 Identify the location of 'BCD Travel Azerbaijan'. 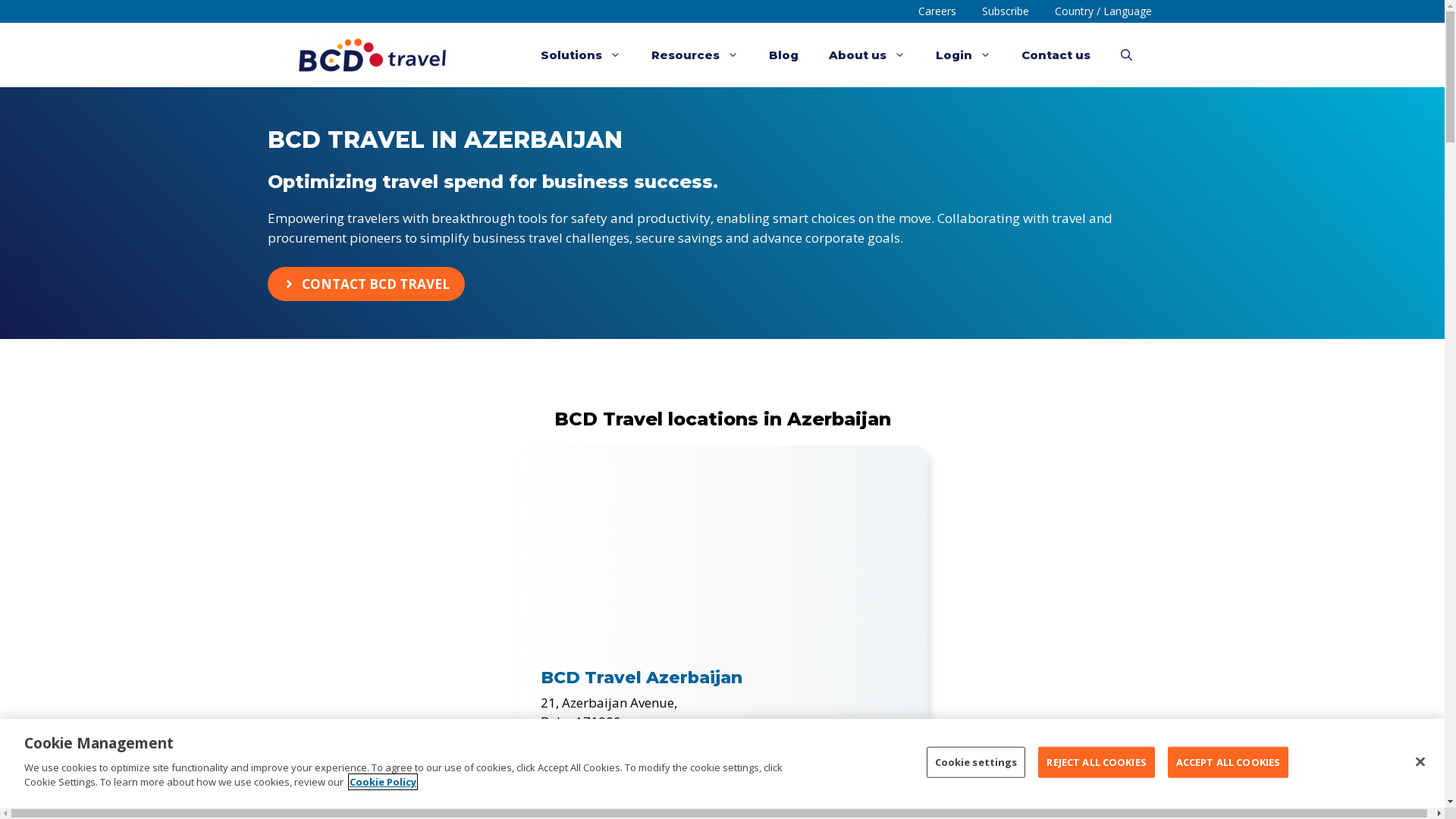
(640, 676).